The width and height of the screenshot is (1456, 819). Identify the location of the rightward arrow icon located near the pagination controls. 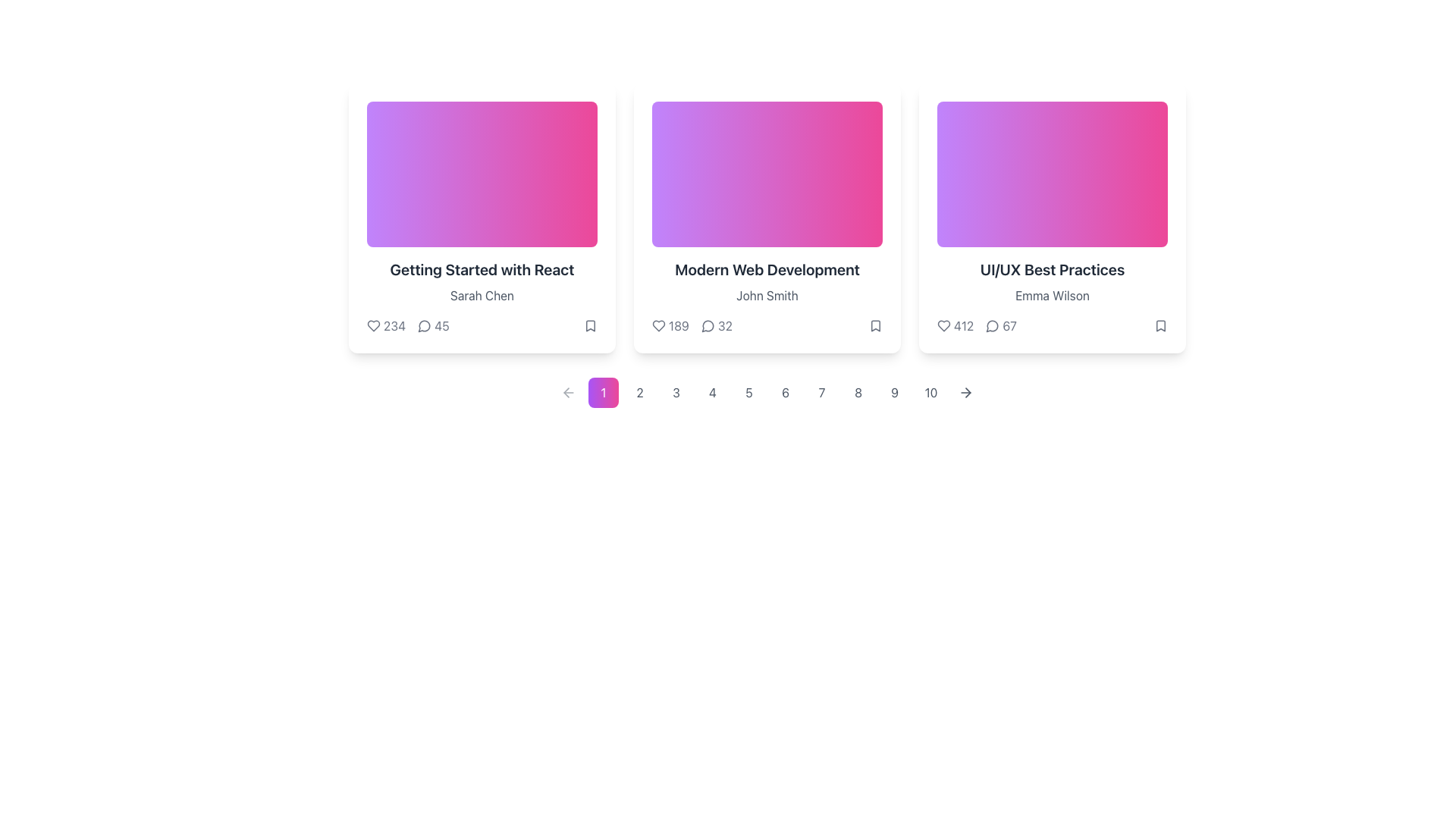
(967, 391).